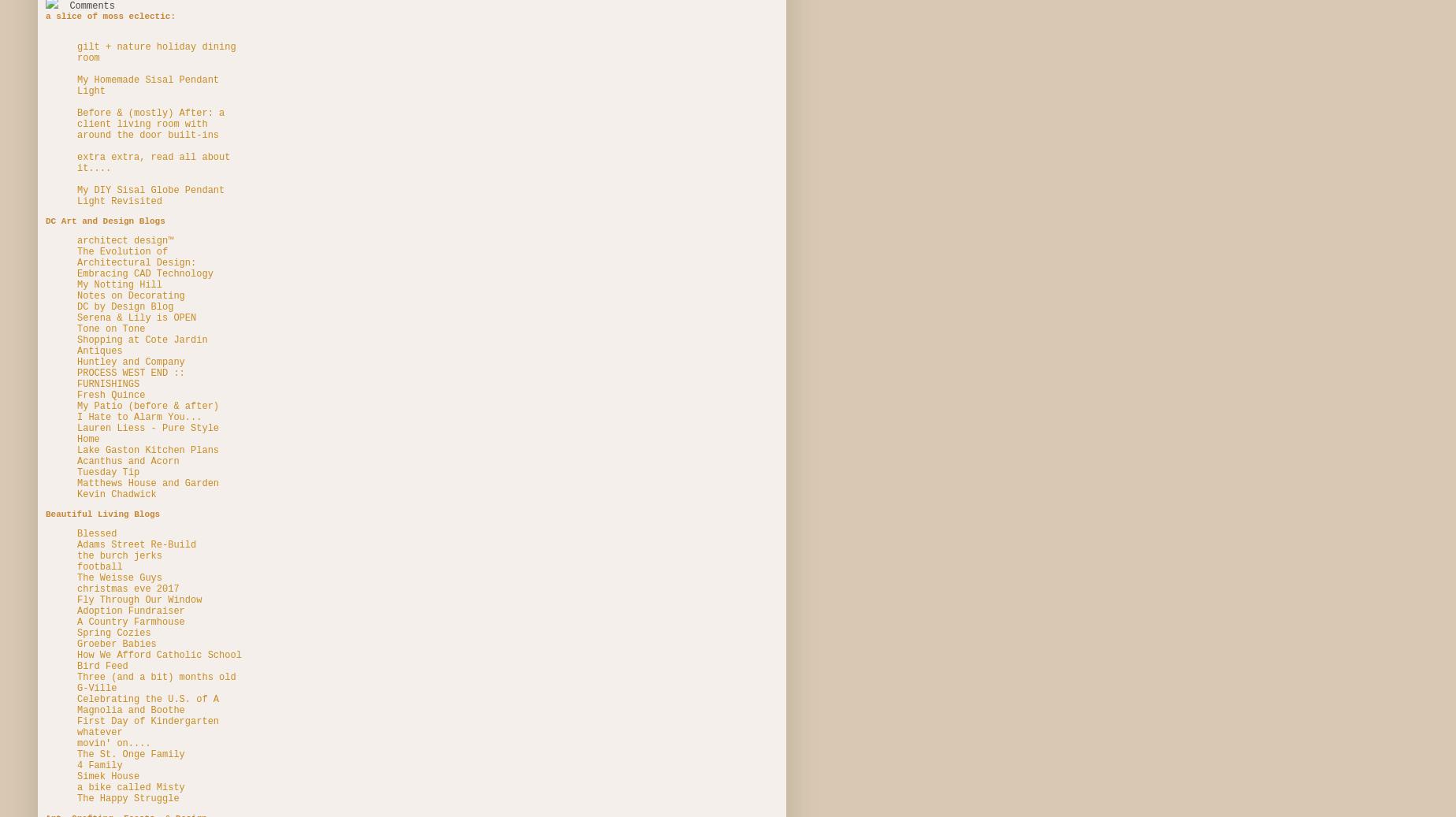  I want to click on 'Fresh Quince', so click(111, 393).